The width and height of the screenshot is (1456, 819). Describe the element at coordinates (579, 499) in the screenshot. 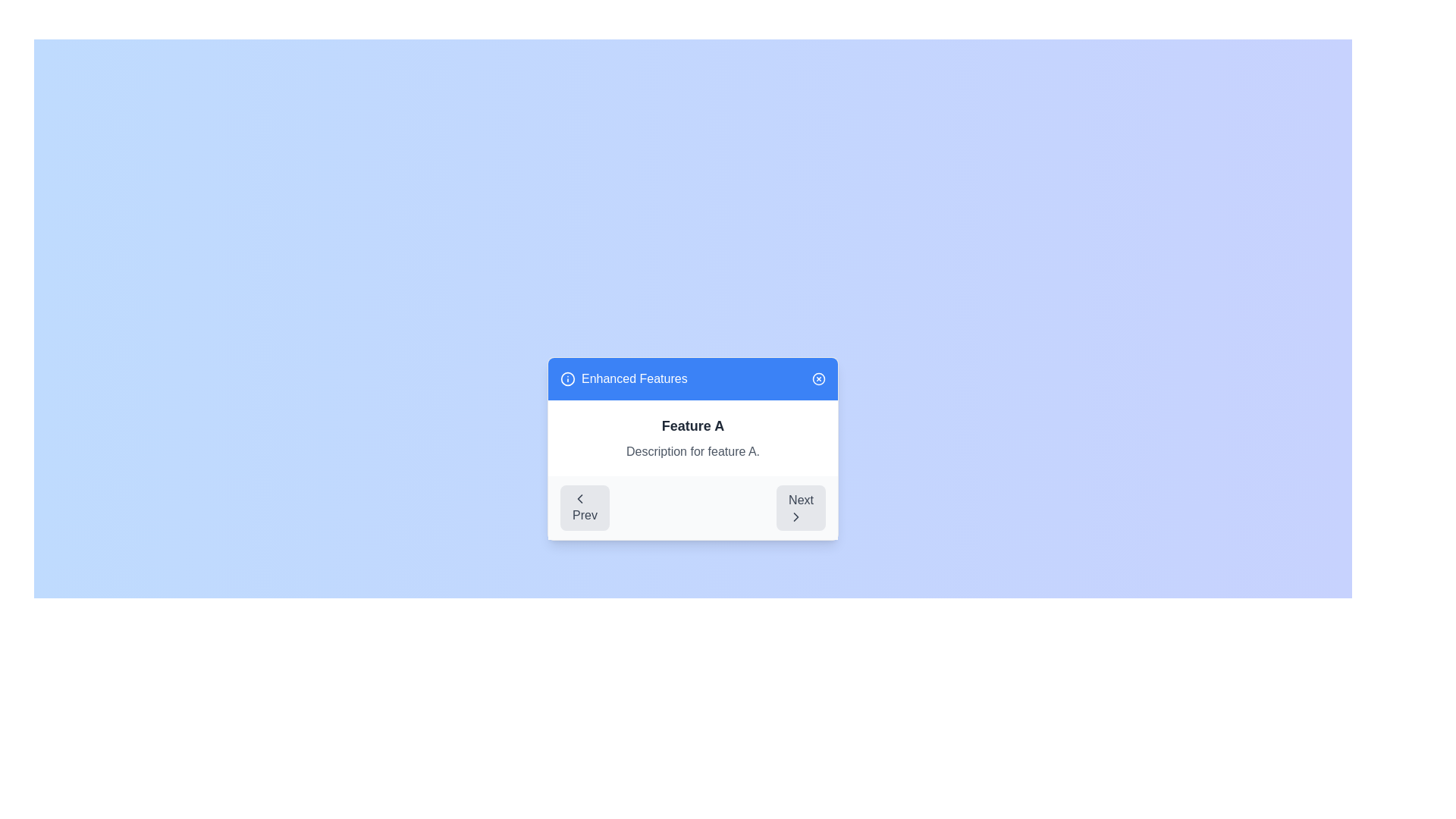

I see `the leftward-pointing chevron icon within the 'Prev' button located at the bottom-left segment of the card displaying 'Feature A'` at that location.